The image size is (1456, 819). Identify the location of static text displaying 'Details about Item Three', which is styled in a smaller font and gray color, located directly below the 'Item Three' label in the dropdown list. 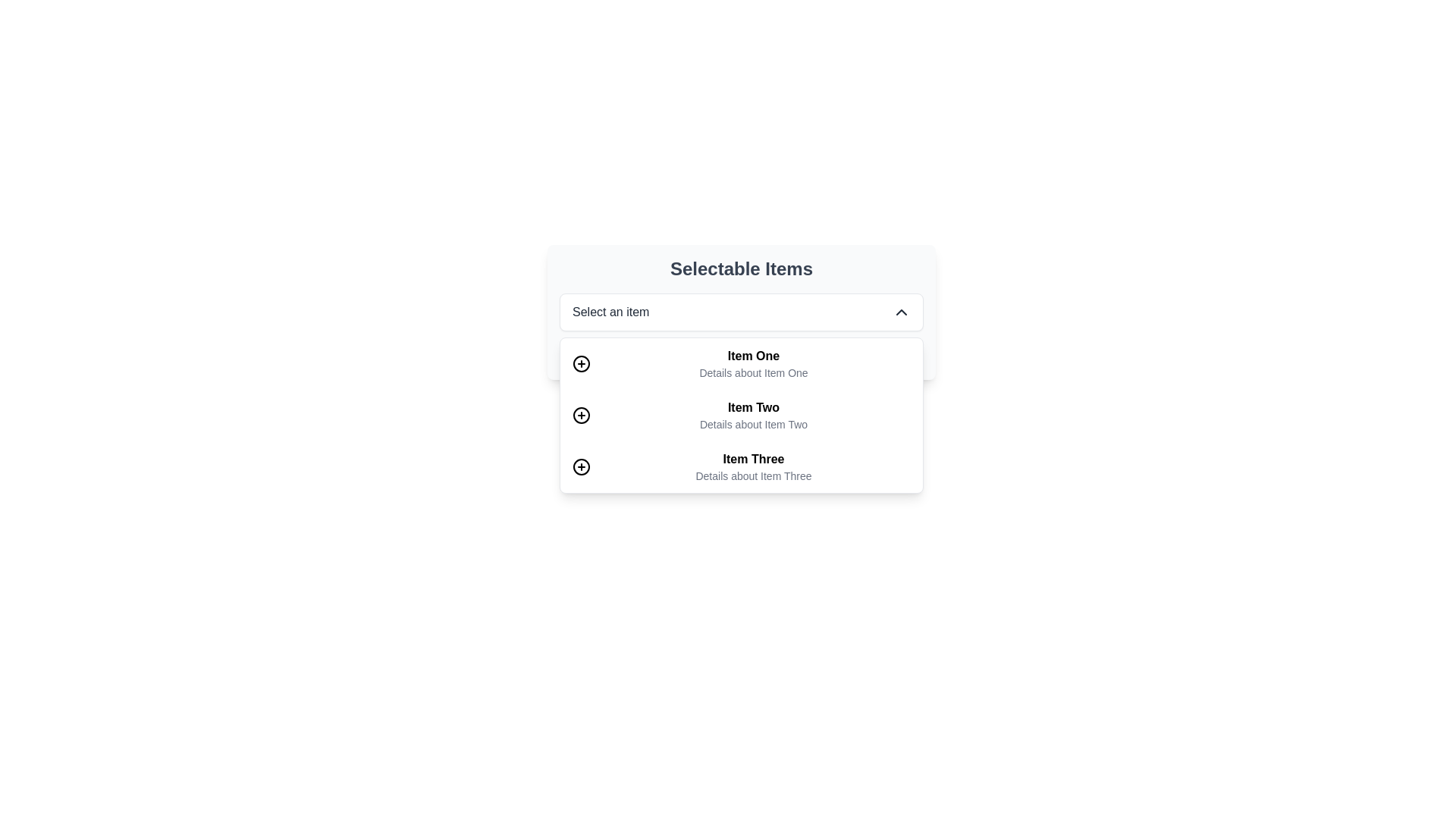
(753, 475).